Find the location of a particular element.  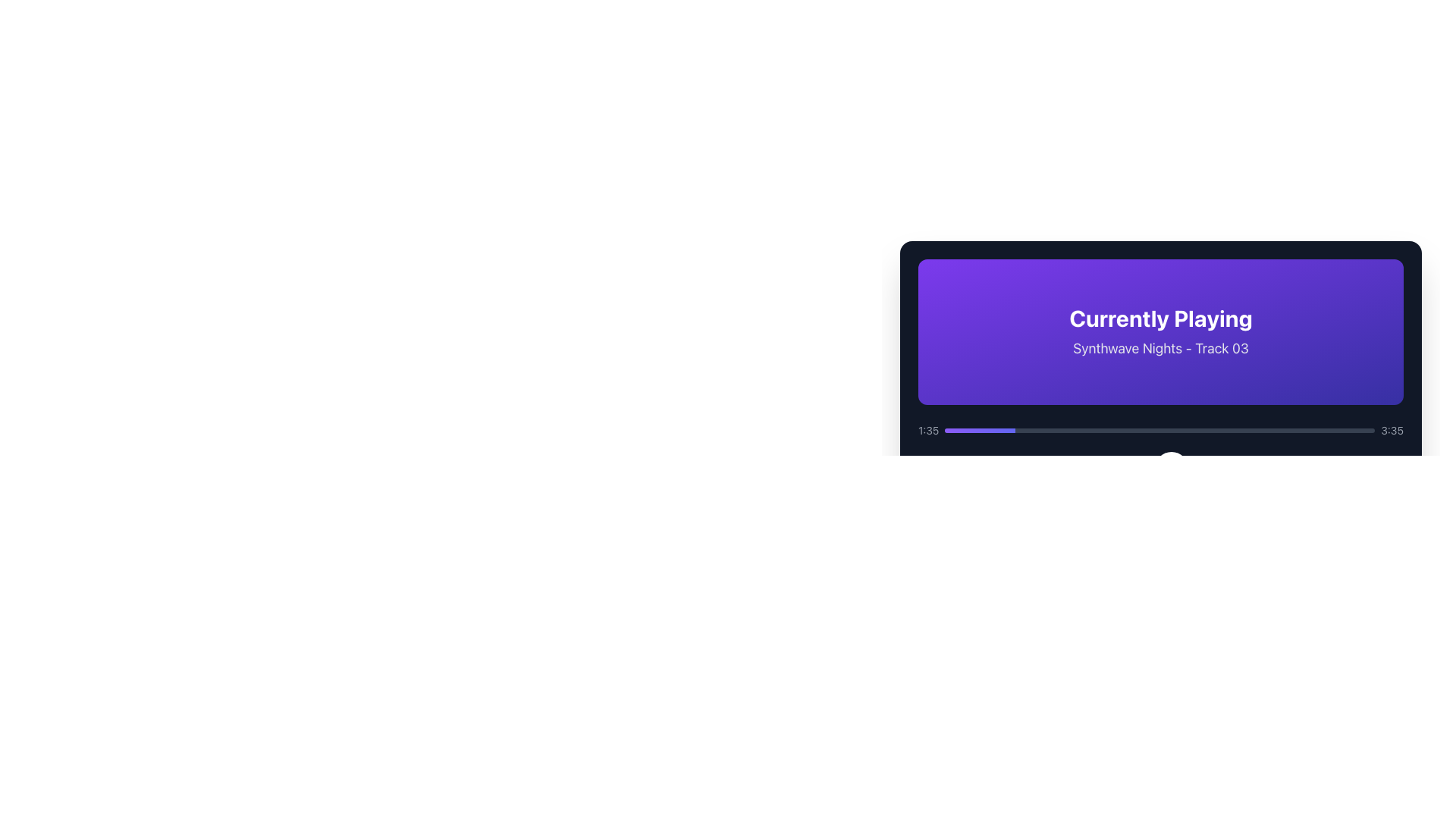

the descriptive label indicating the title and track number of the currently playing music, which is positioned below the 'Currently Playing' heading is located at coordinates (1160, 348).